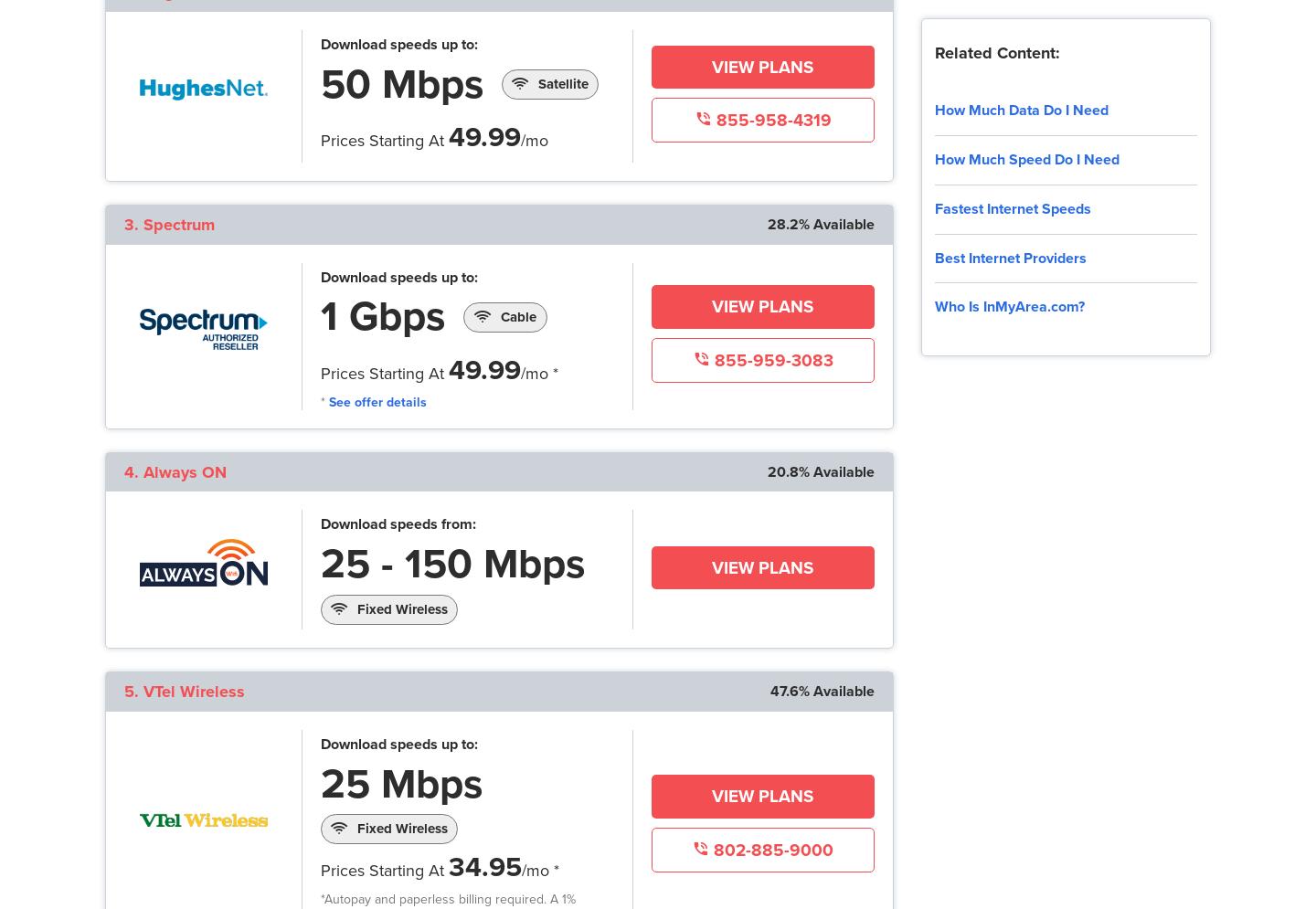  I want to click on 'Fastest Internet Speeds', so click(1011, 206).